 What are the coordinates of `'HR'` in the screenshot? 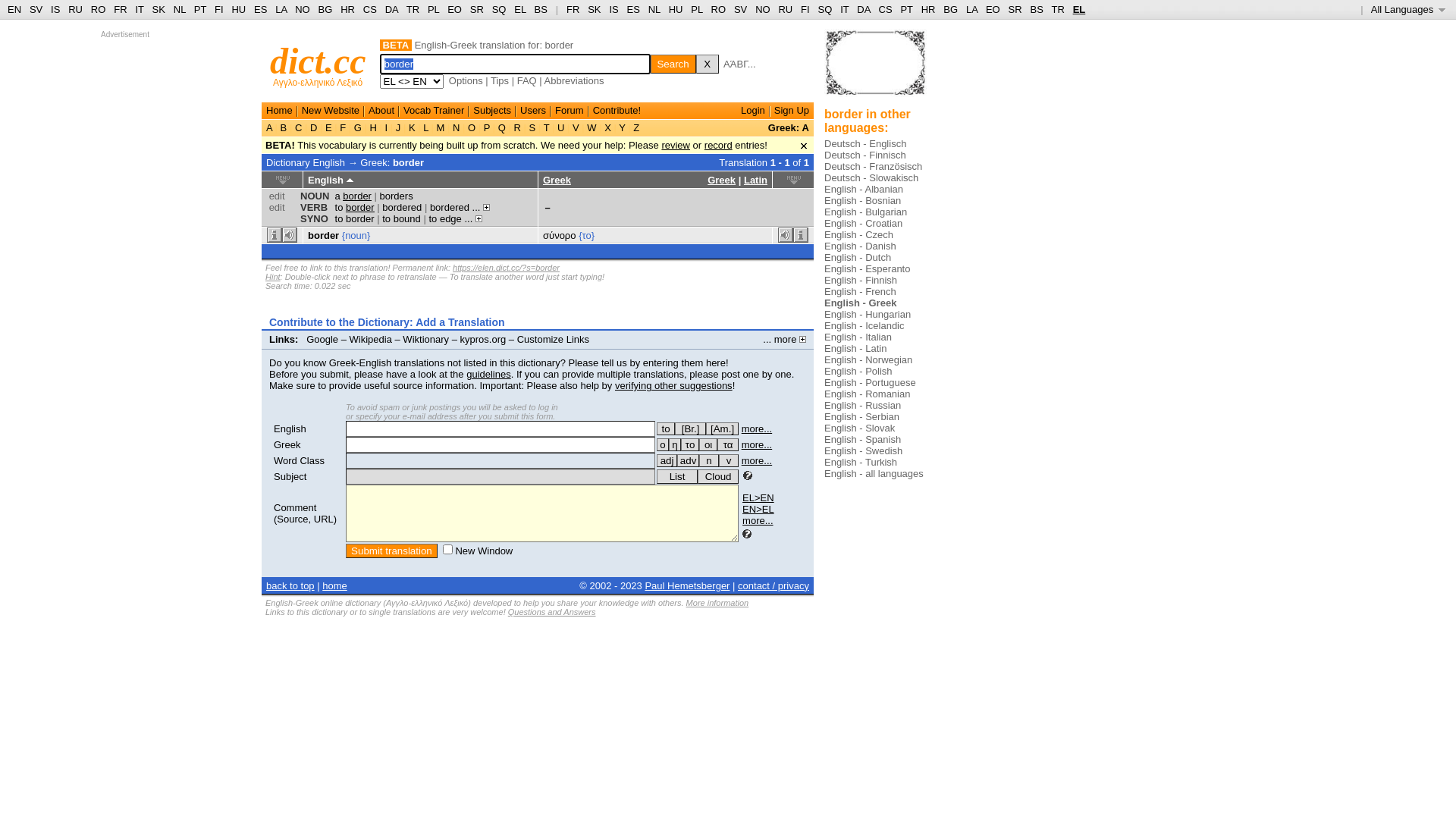 It's located at (347, 9).